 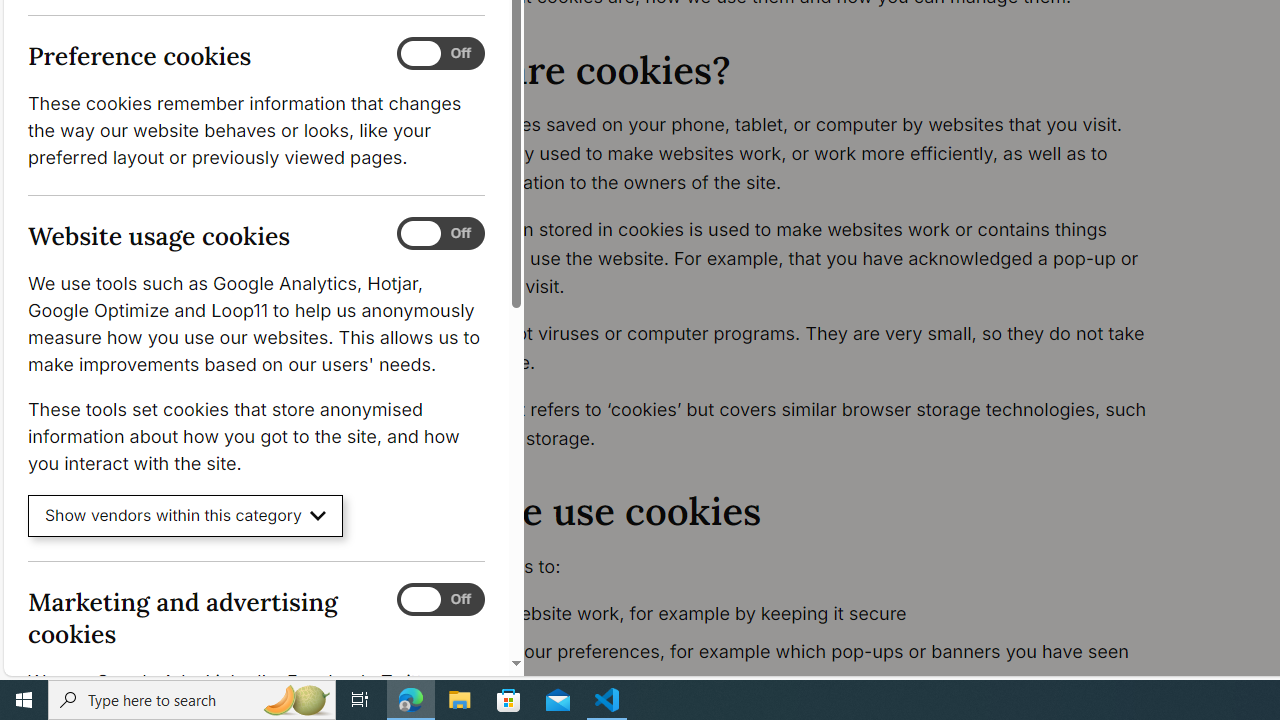 I want to click on 'Show vendors within this category', so click(x=185, y=515).